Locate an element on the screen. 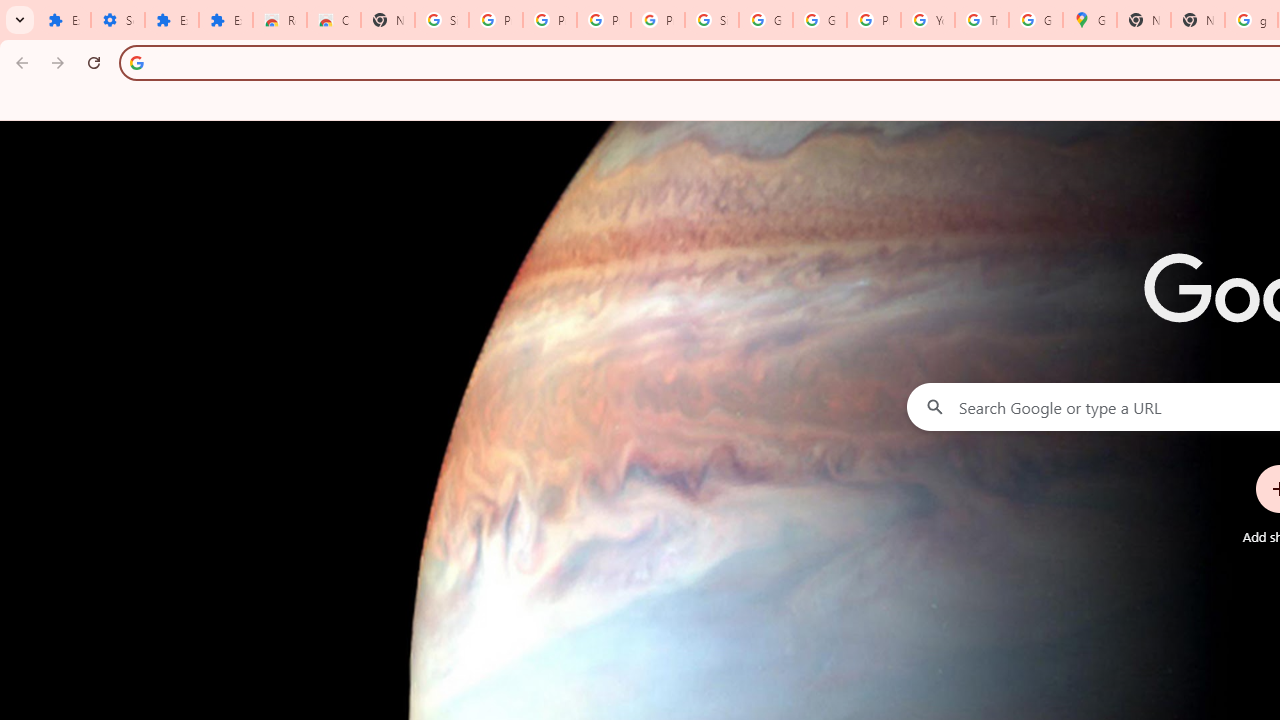 The width and height of the screenshot is (1280, 720). 'Settings' is located at coordinates (116, 20).